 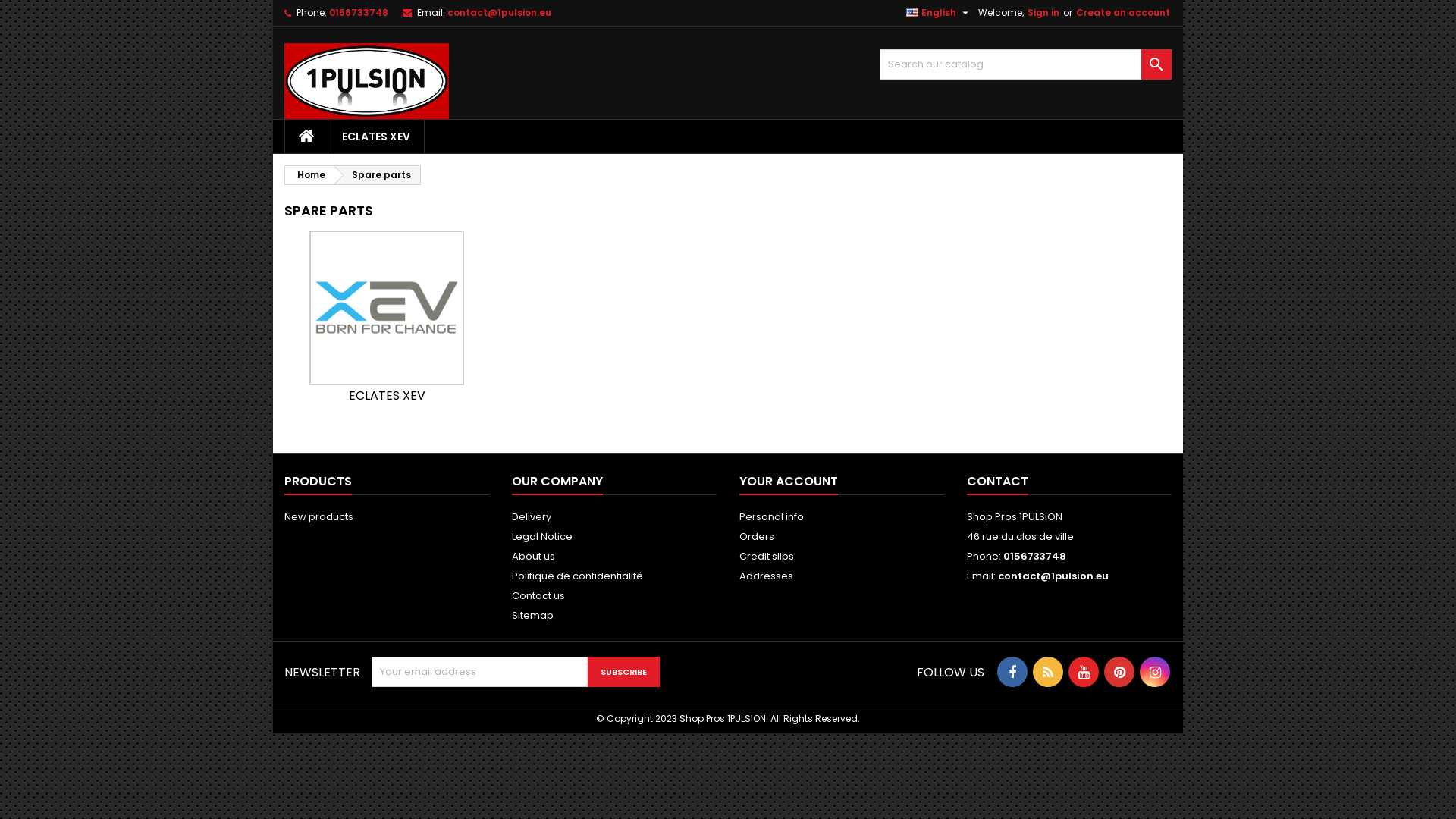 What do you see at coordinates (789, 482) in the screenshot?
I see `'YOUR ACCOUNT'` at bounding box center [789, 482].